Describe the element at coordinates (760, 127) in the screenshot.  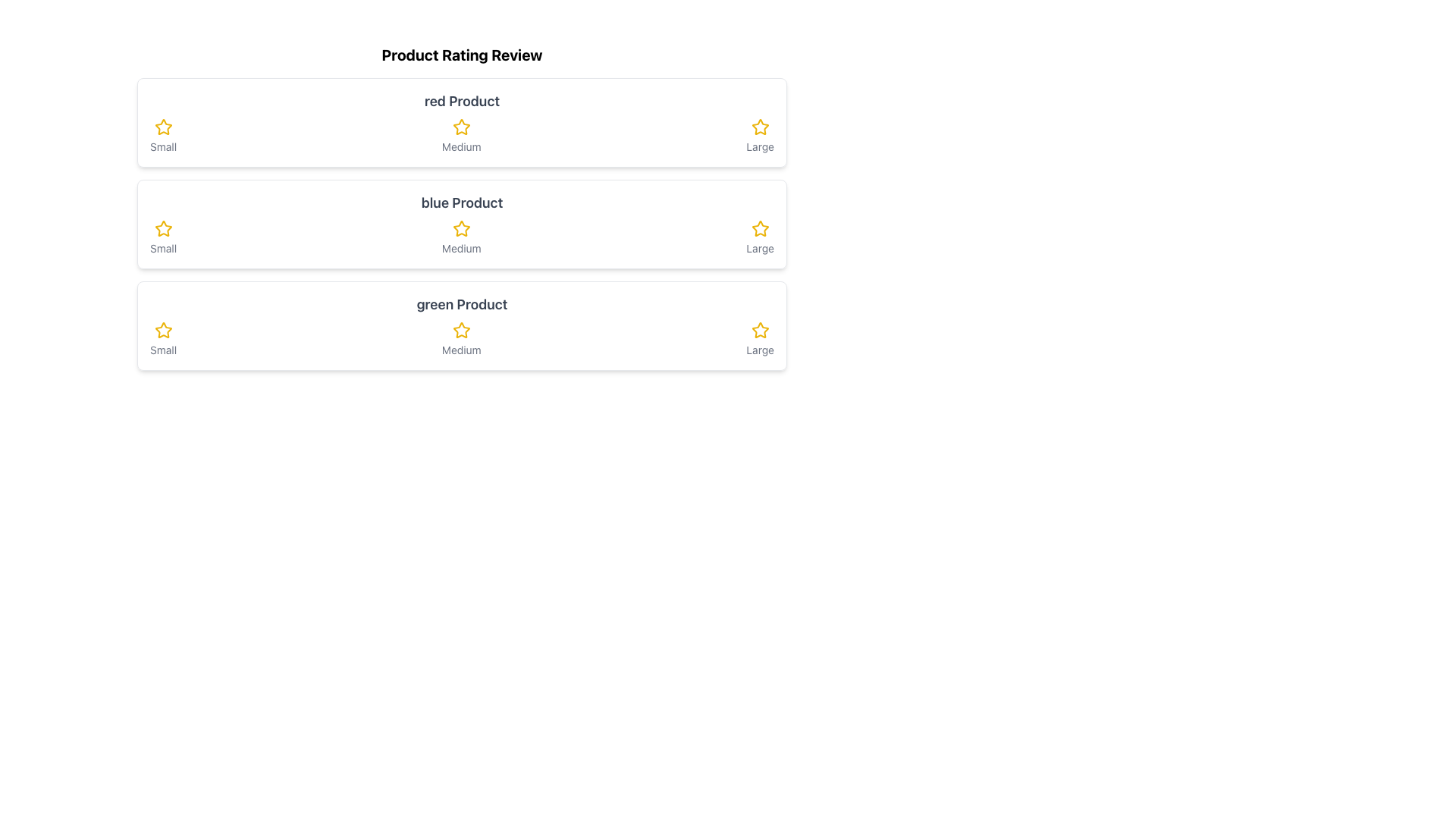
I see `the third star icon in the product rating section that represents the 'Large' size, located to the right of the 'red Product' title` at that location.